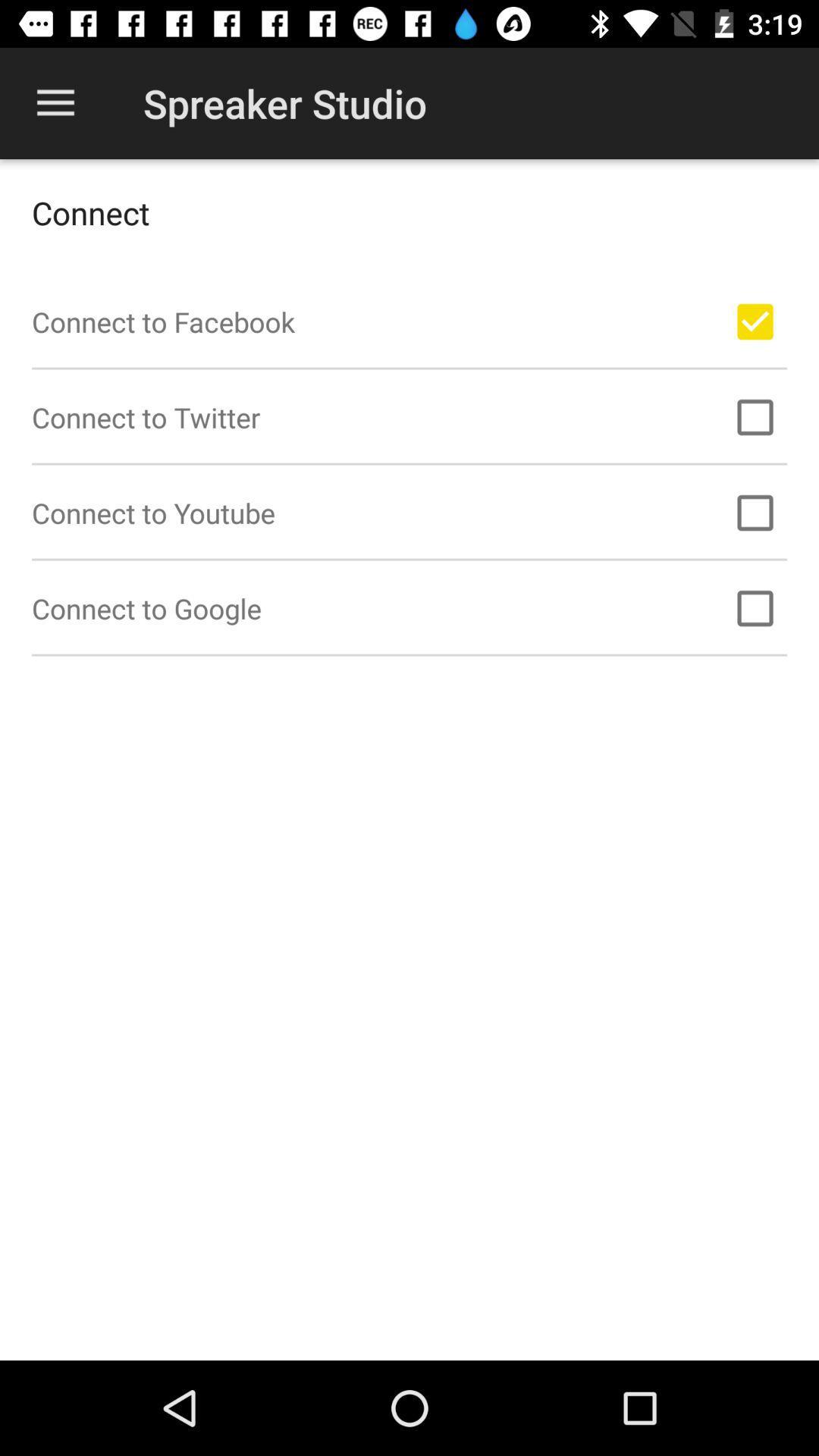 This screenshot has height=1456, width=819. I want to click on disconnect from facebook, so click(755, 321).